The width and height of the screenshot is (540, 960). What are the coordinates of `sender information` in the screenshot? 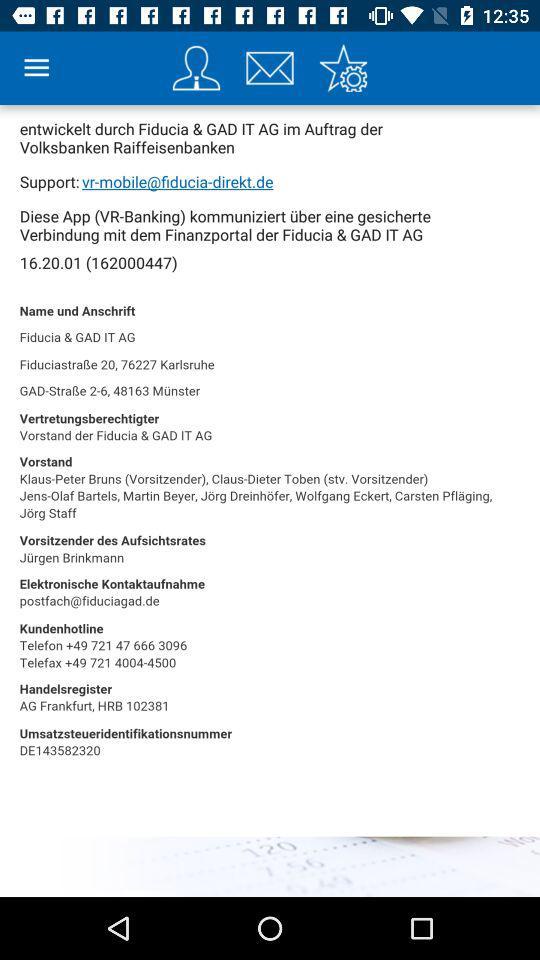 It's located at (196, 68).